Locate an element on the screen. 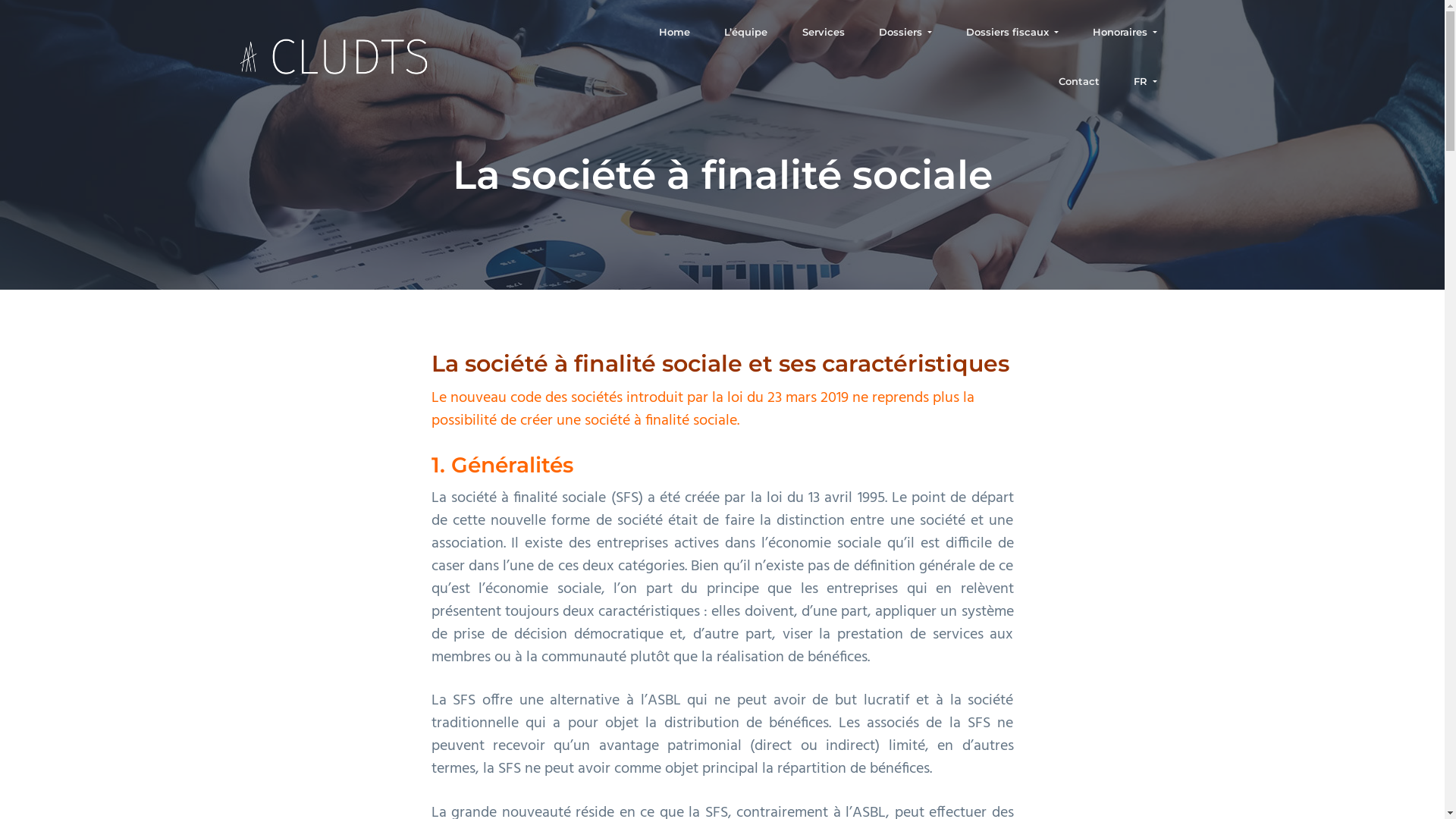  'Dossiers fiscaux' is located at coordinates (1012, 32).